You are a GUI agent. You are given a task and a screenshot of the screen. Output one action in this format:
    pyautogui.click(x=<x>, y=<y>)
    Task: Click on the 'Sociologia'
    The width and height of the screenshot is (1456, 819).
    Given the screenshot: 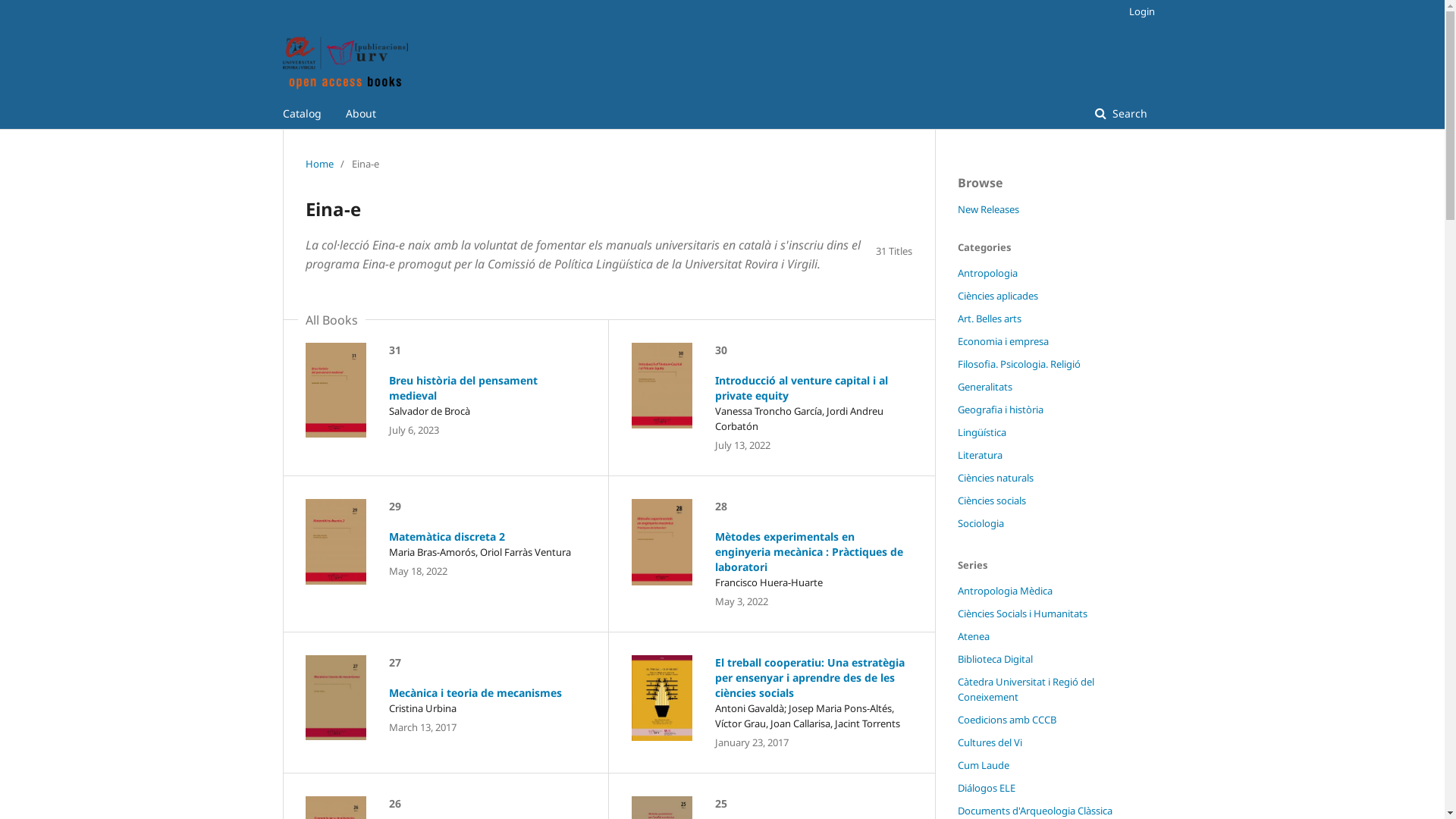 What is the action you would take?
    pyautogui.click(x=956, y=522)
    